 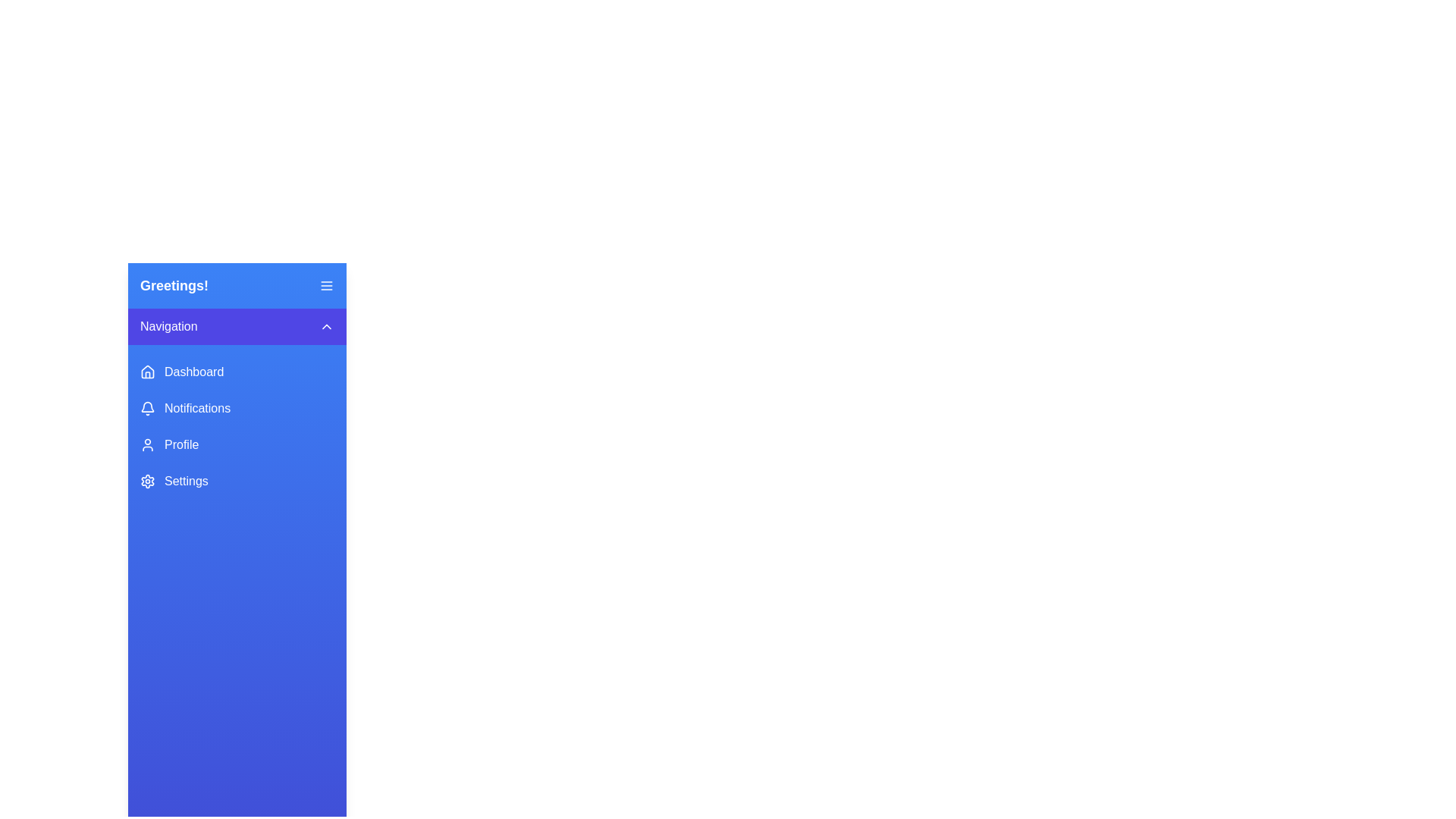 What do you see at coordinates (326, 326) in the screenshot?
I see `the upward navigation indicator icon, located on the right side of the purple 'Navigation' toolbar` at bounding box center [326, 326].